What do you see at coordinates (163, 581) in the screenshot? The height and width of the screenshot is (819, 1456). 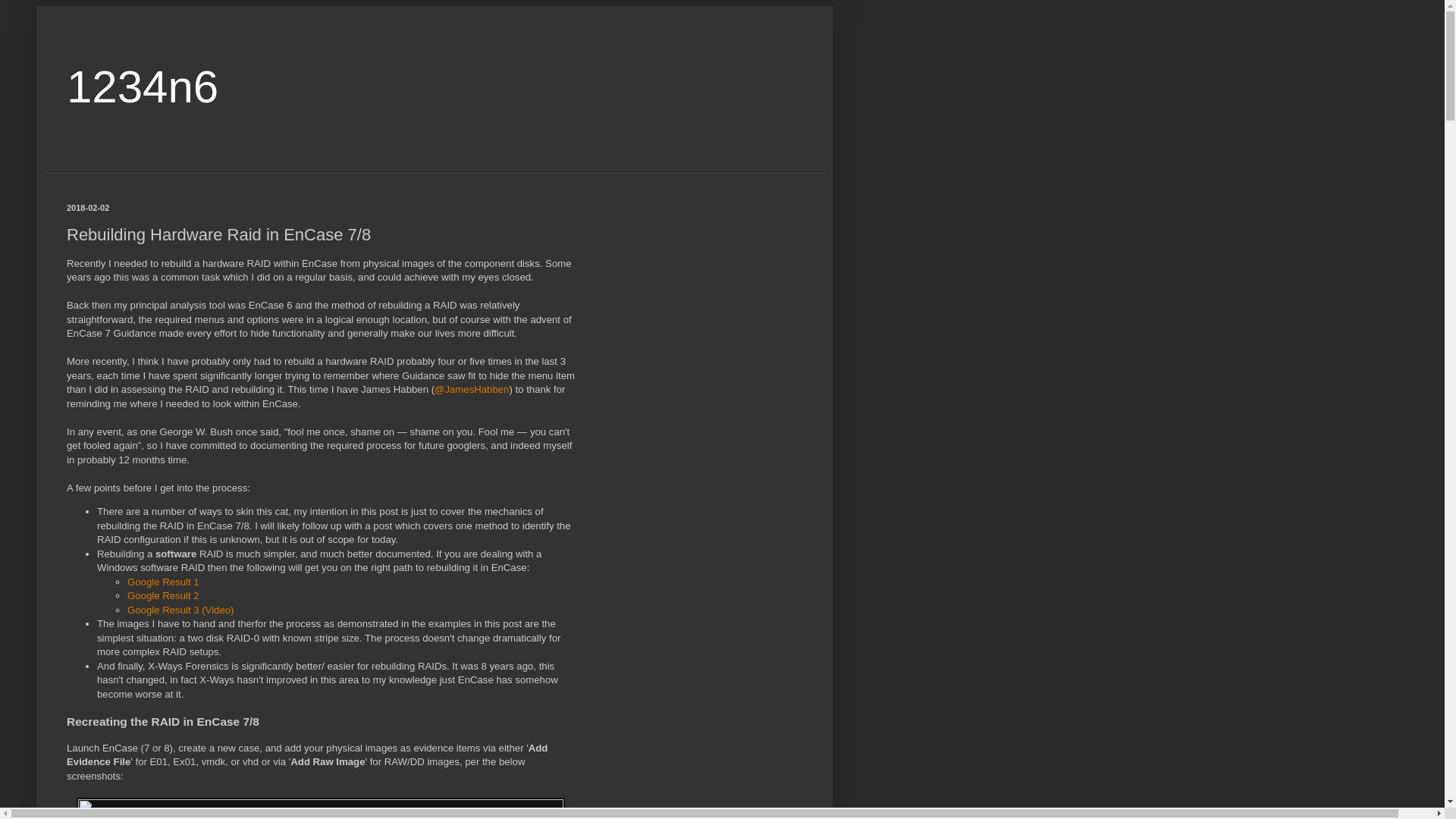 I see `'Google Result 1'` at bounding box center [163, 581].